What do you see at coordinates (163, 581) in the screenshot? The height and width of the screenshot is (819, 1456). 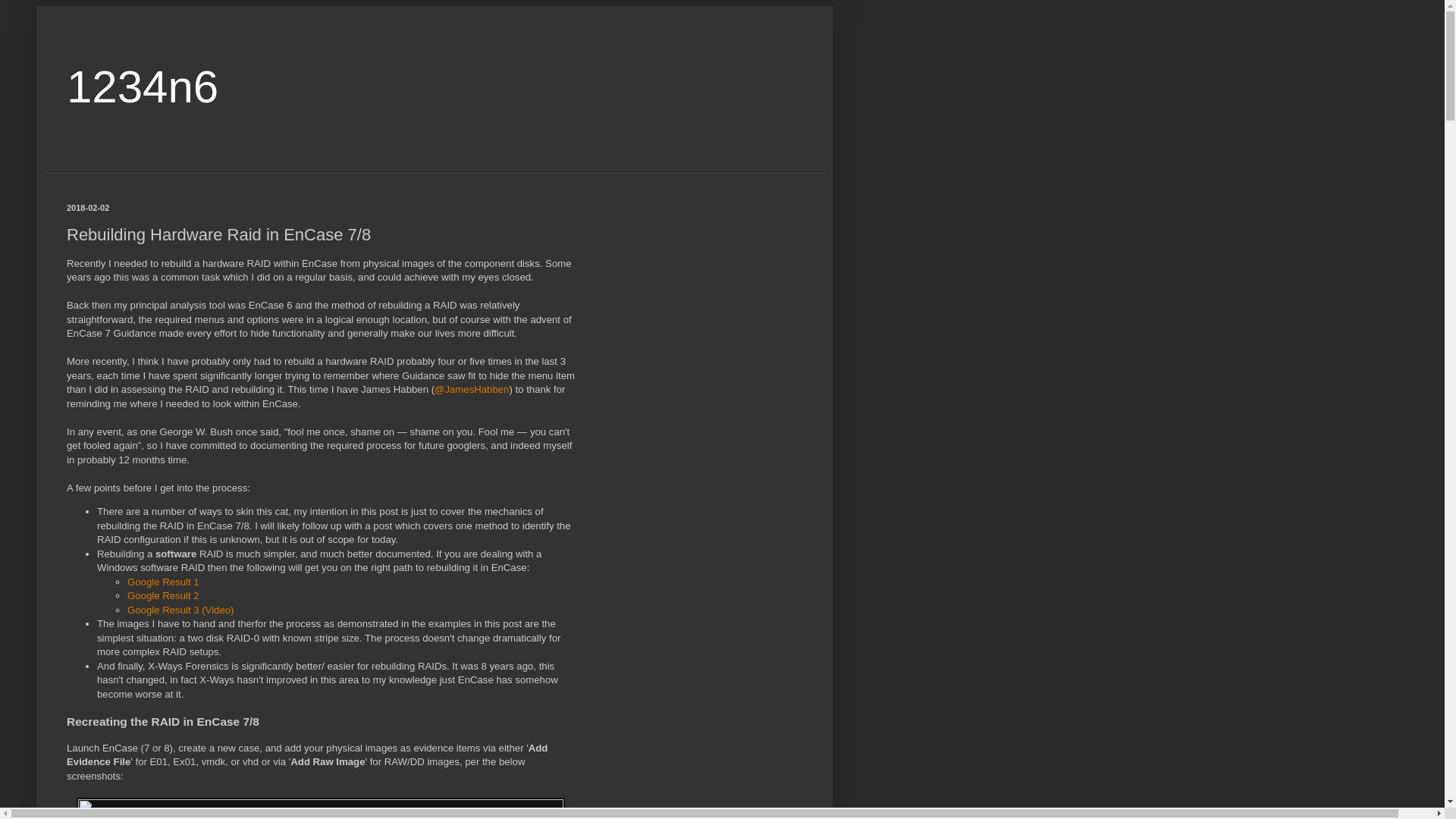 I see `'Google Result 1'` at bounding box center [163, 581].